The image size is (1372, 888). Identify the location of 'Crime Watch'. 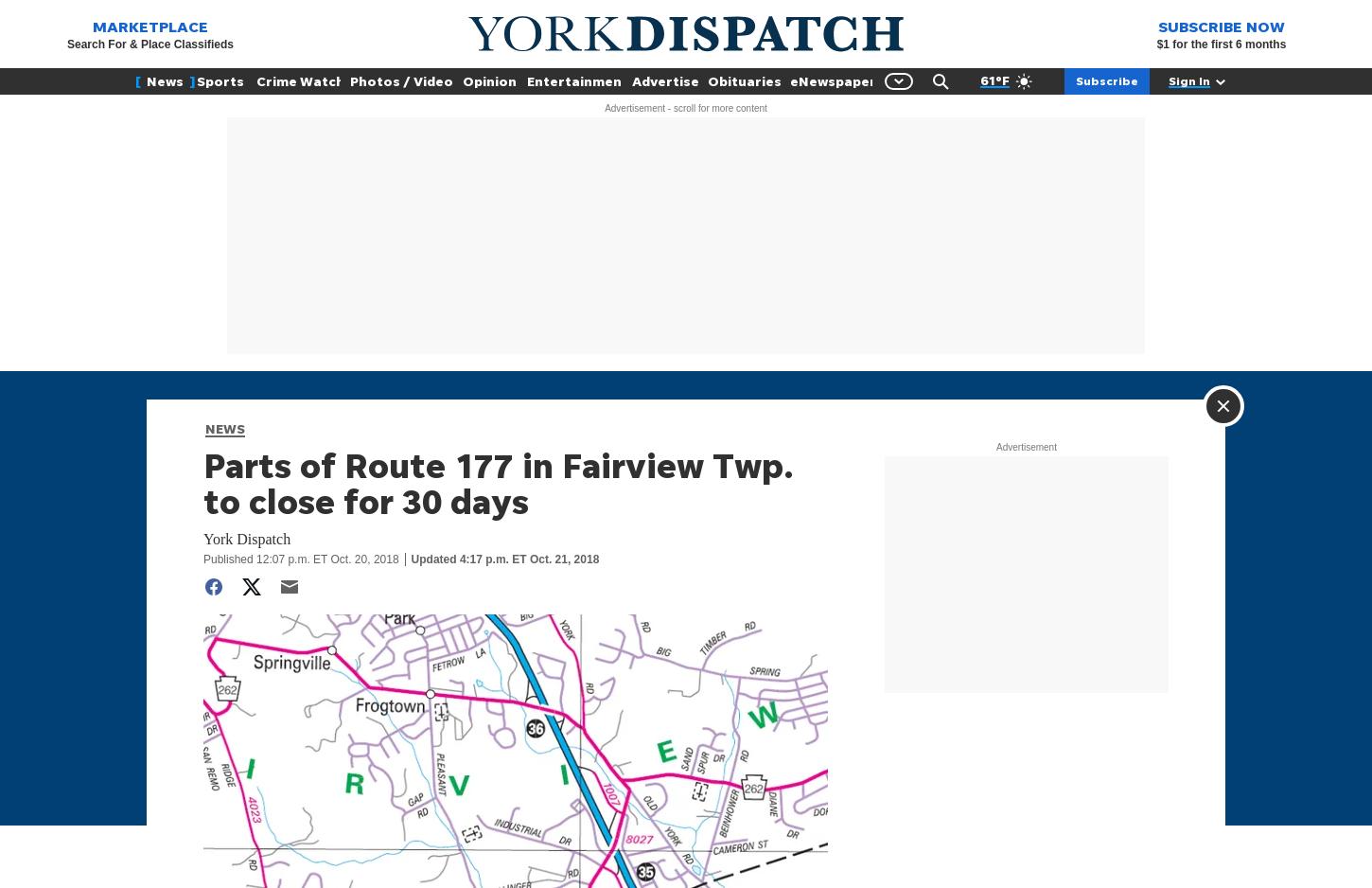
(299, 80).